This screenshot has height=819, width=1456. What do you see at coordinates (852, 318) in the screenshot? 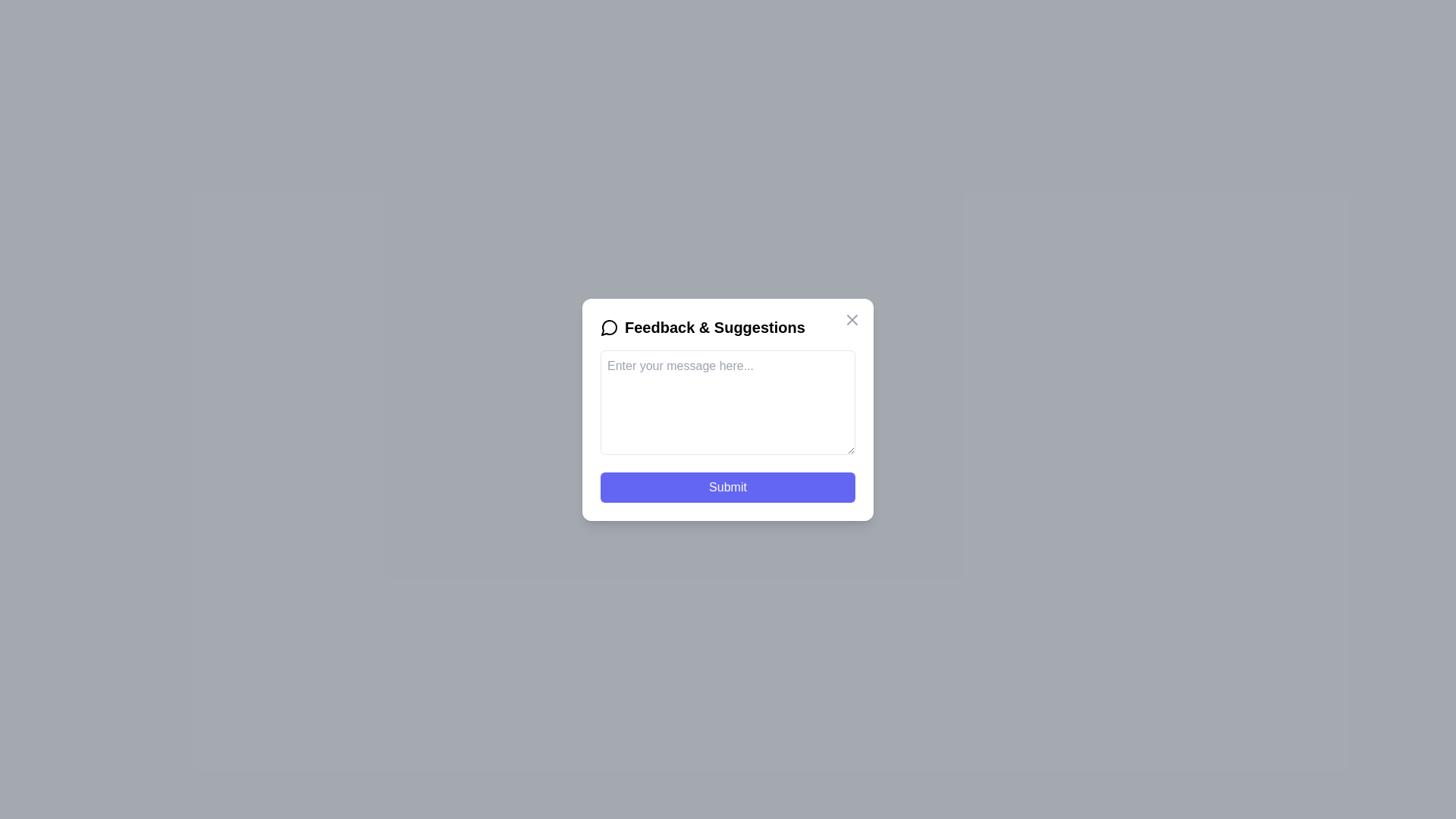
I see `the close button, which is a small interactive icon resembling a cross located in the top-right corner of the feedback dialog box` at bounding box center [852, 318].